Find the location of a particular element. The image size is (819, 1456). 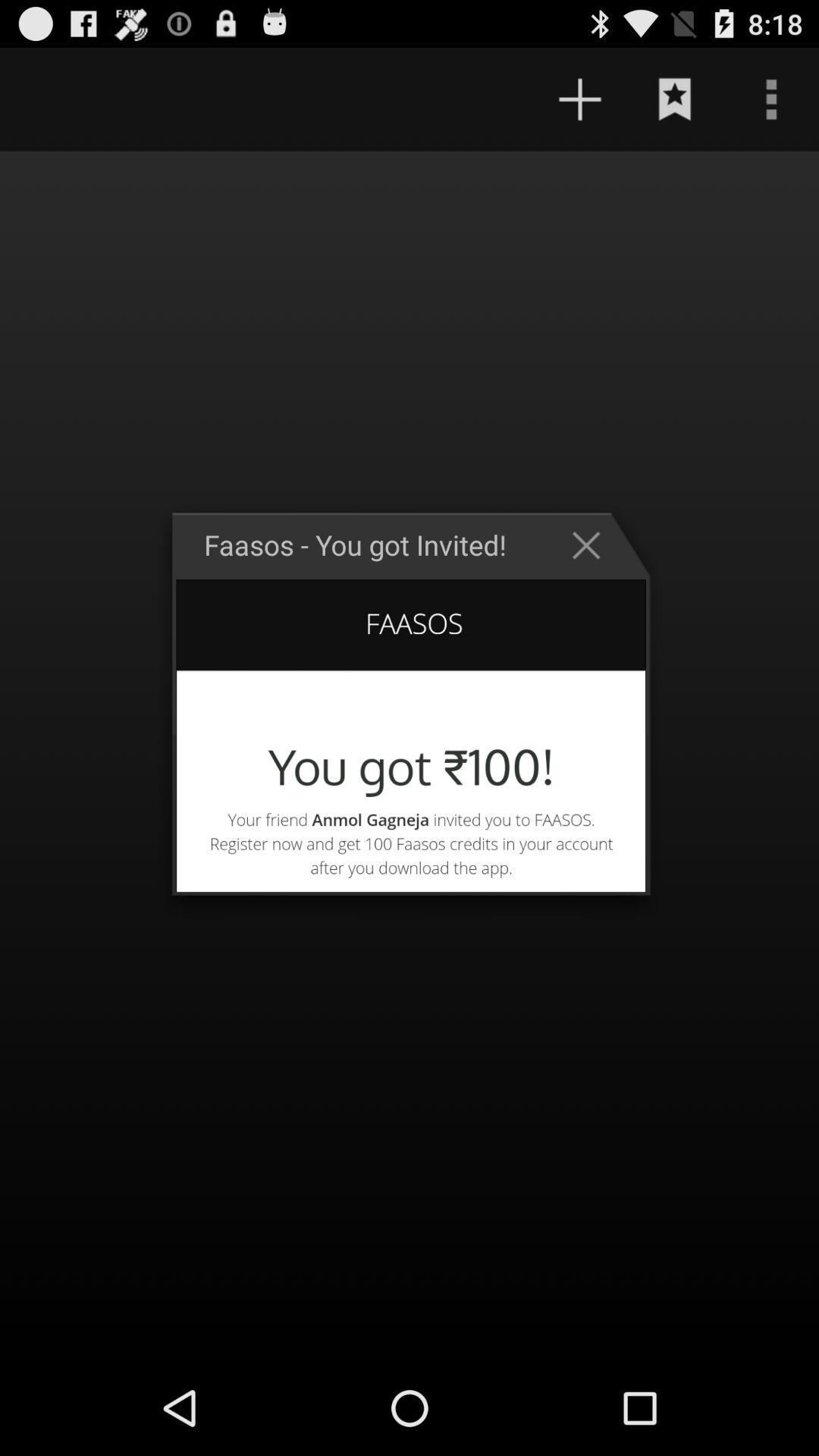

the bookmark icon is located at coordinates (675, 105).